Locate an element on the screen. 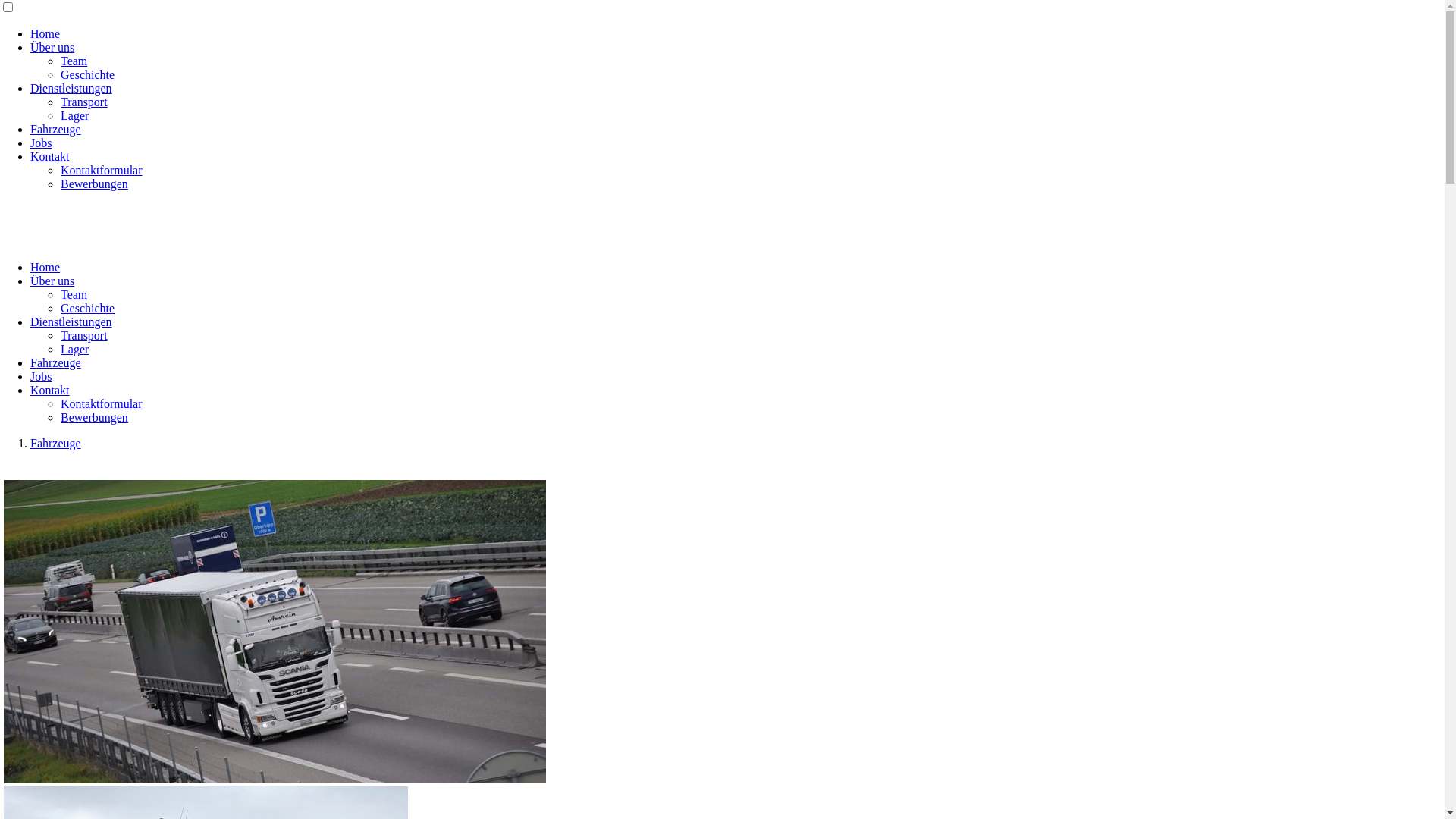 The image size is (1456, 819). 'Jobs' is located at coordinates (40, 375).